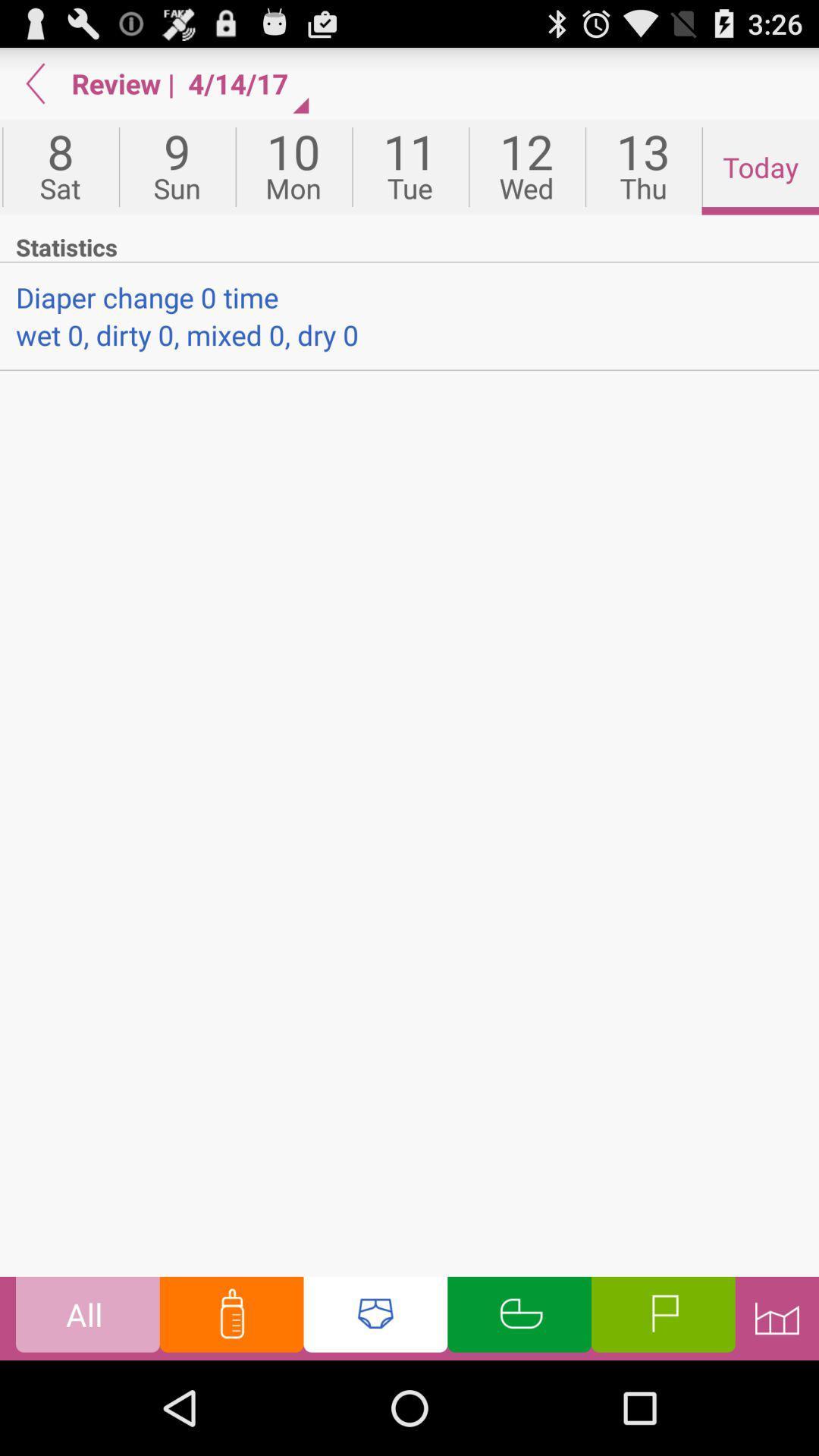  Describe the element at coordinates (35, 83) in the screenshot. I see `item to the left of review` at that location.